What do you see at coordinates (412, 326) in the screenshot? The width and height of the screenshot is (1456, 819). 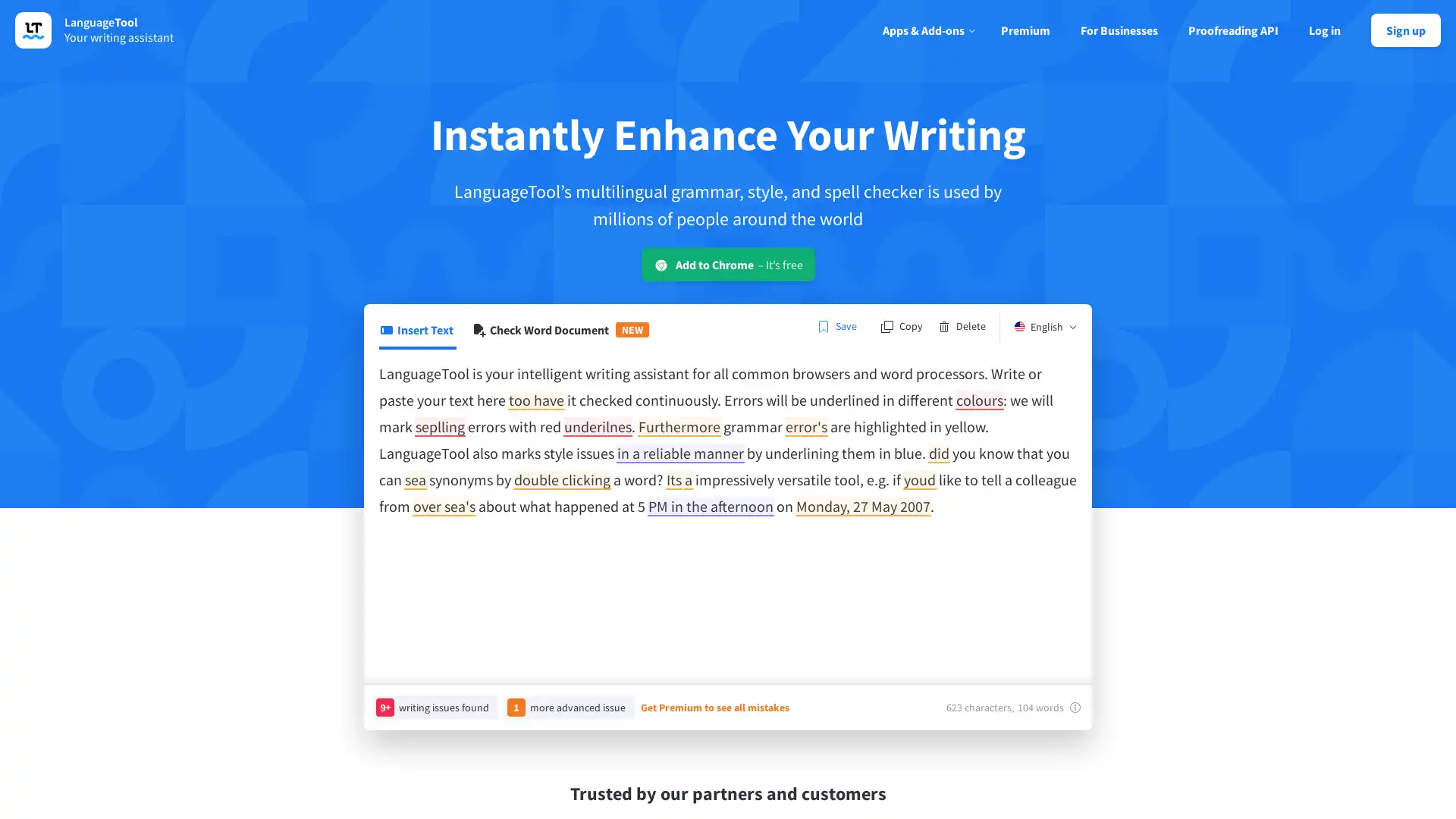 I see `Choose File` at bounding box center [412, 326].